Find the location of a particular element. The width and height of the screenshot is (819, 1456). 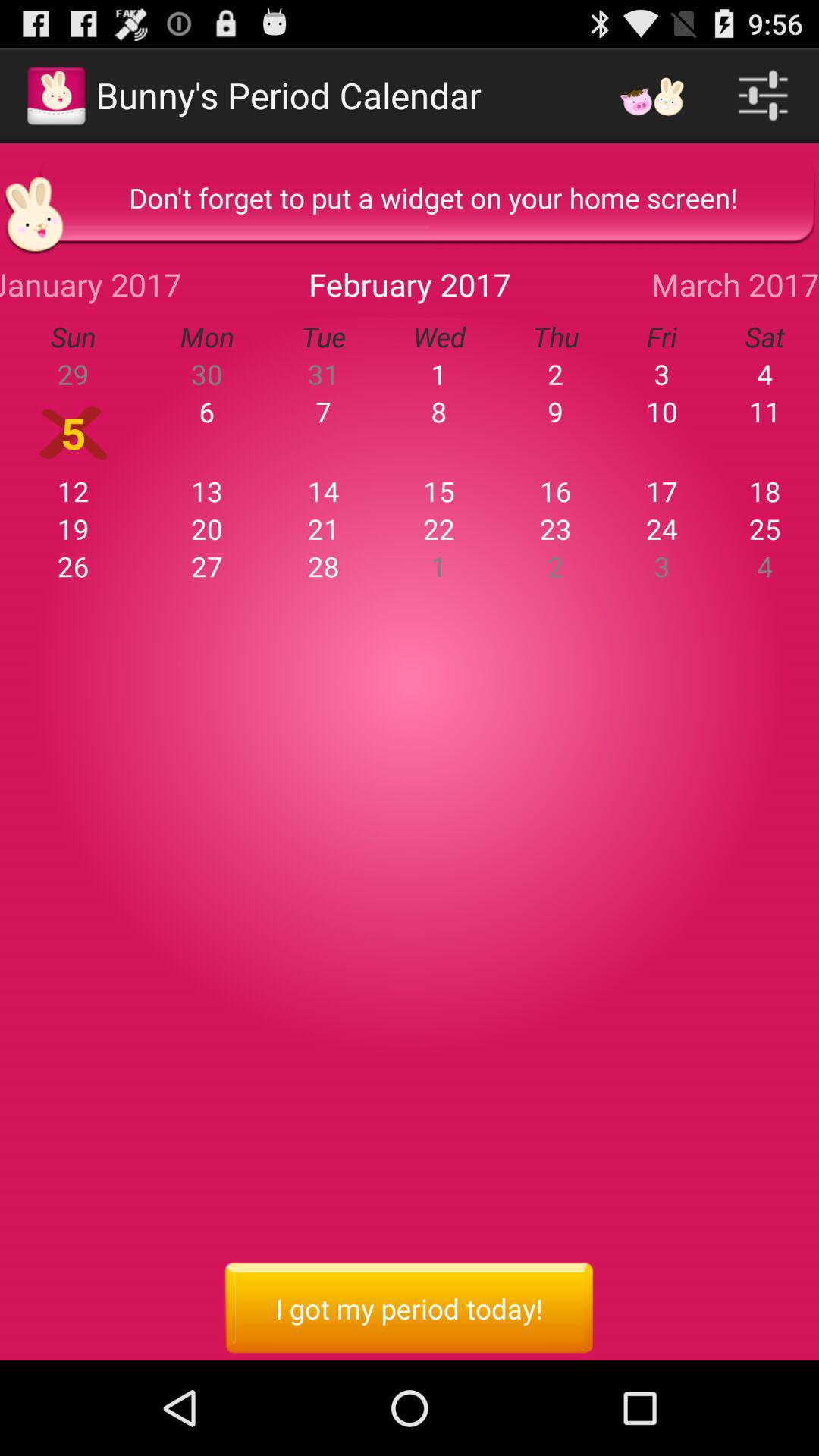

3 in february 2017 is located at coordinates (661, 374).